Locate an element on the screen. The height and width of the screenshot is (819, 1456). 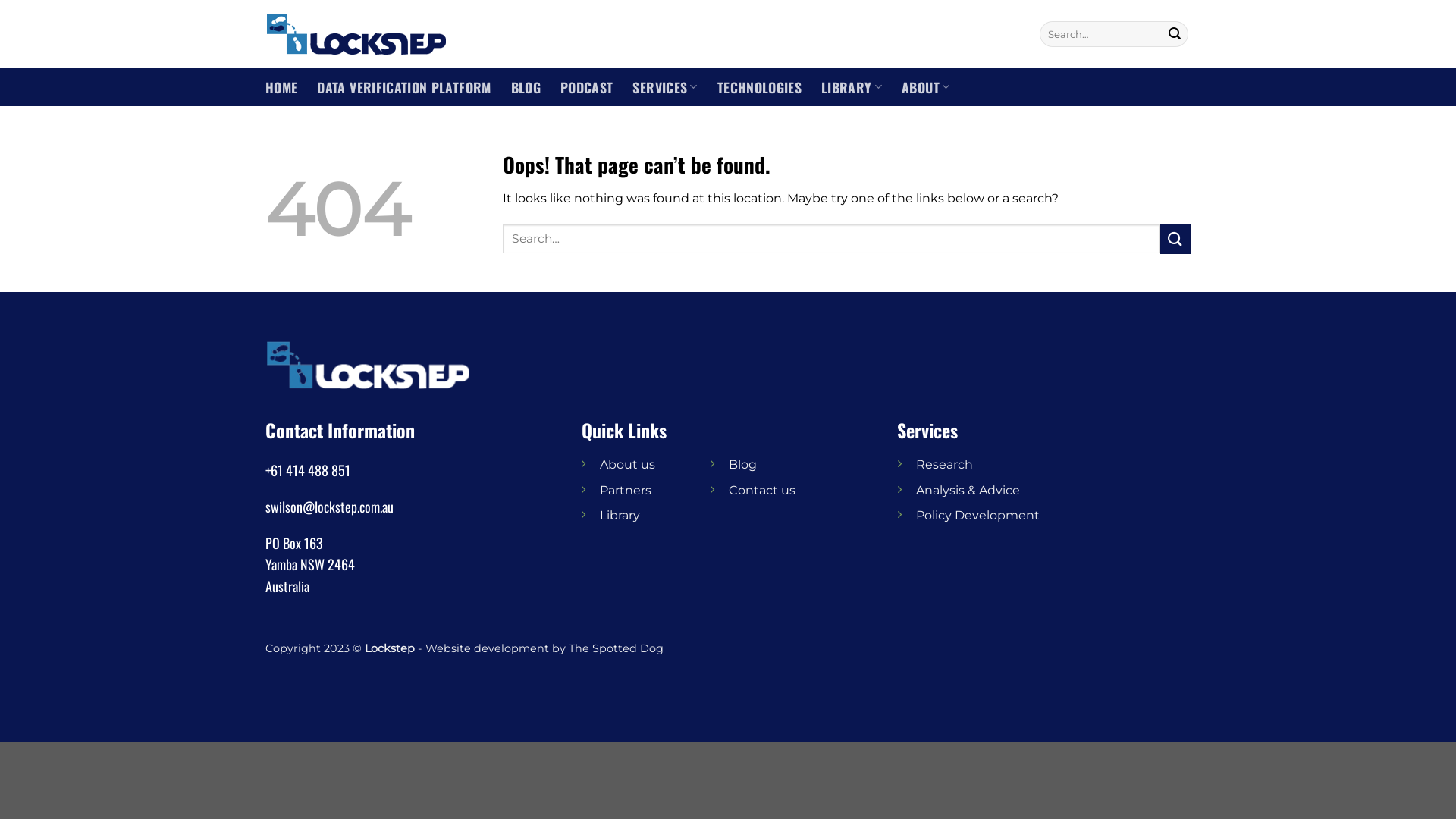
'Policy Development' is located at coordinates (977, 514).